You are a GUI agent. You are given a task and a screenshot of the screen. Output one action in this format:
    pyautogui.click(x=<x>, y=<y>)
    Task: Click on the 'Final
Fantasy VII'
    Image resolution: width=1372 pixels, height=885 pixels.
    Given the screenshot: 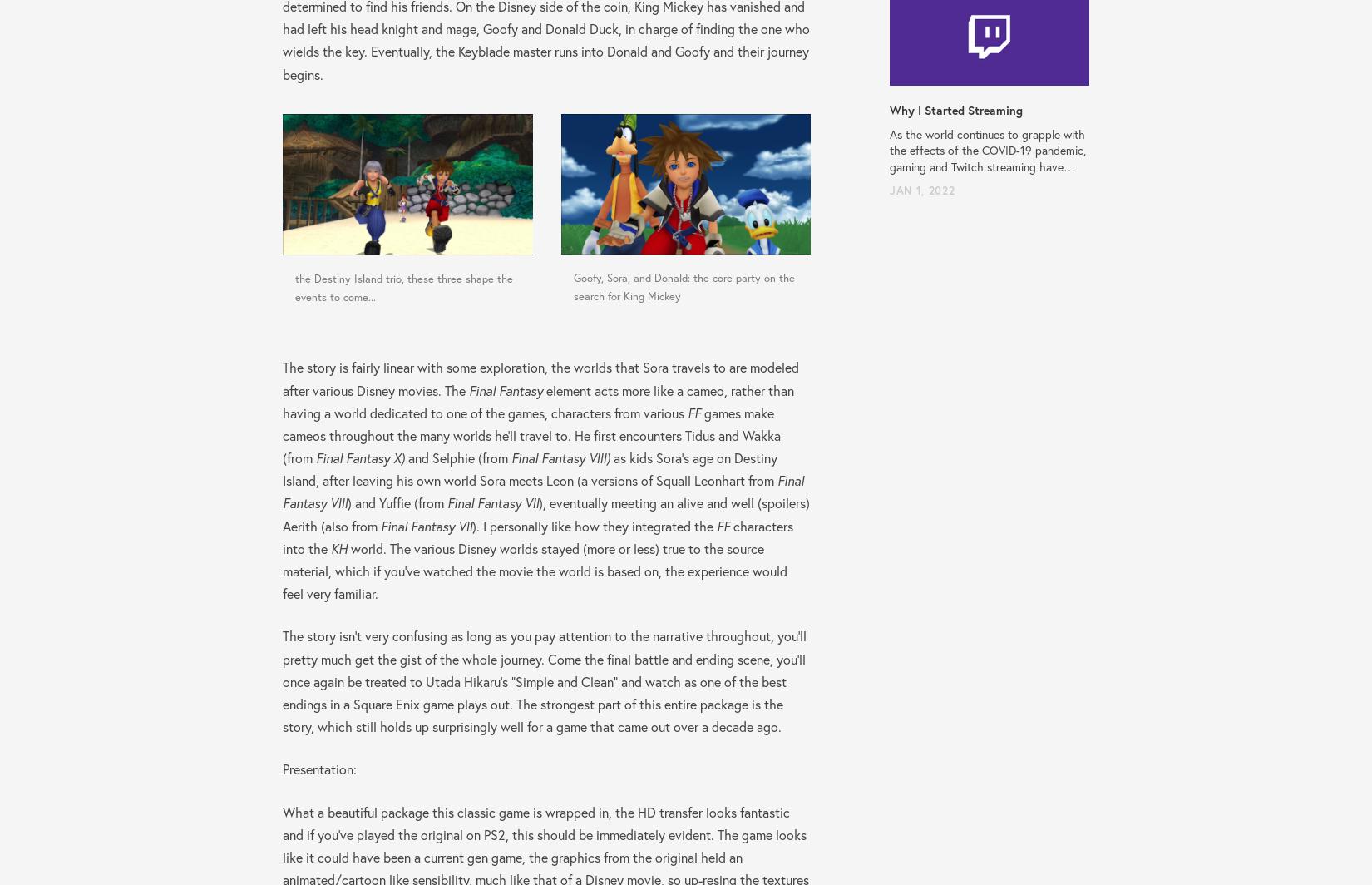 What is the action you would take?
    pyautogui.click(x=447, y=502)
    